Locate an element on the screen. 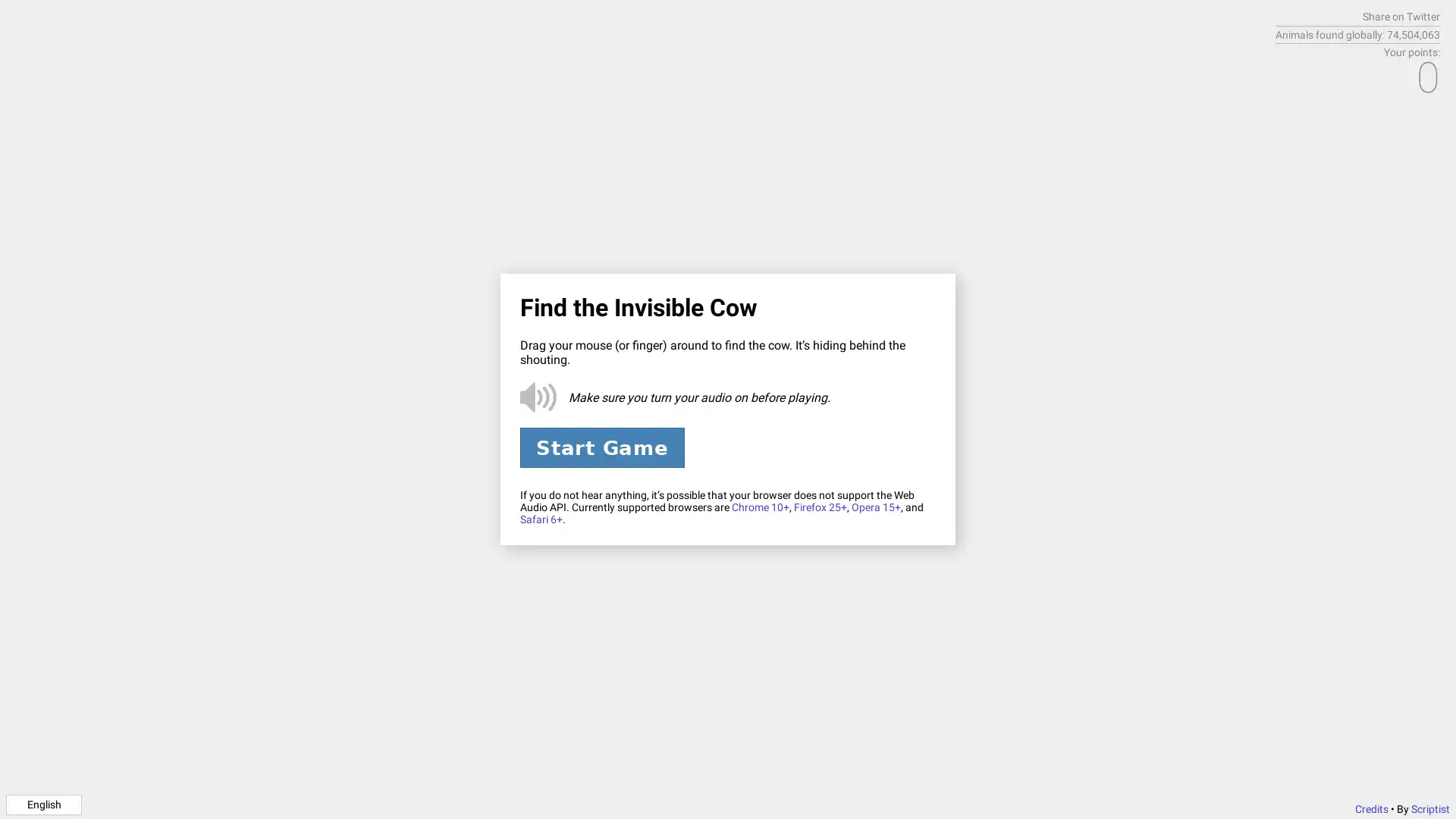 This screenshot has width=1456, height=819. Share on Twitter is located at coordinates (1401, 17).